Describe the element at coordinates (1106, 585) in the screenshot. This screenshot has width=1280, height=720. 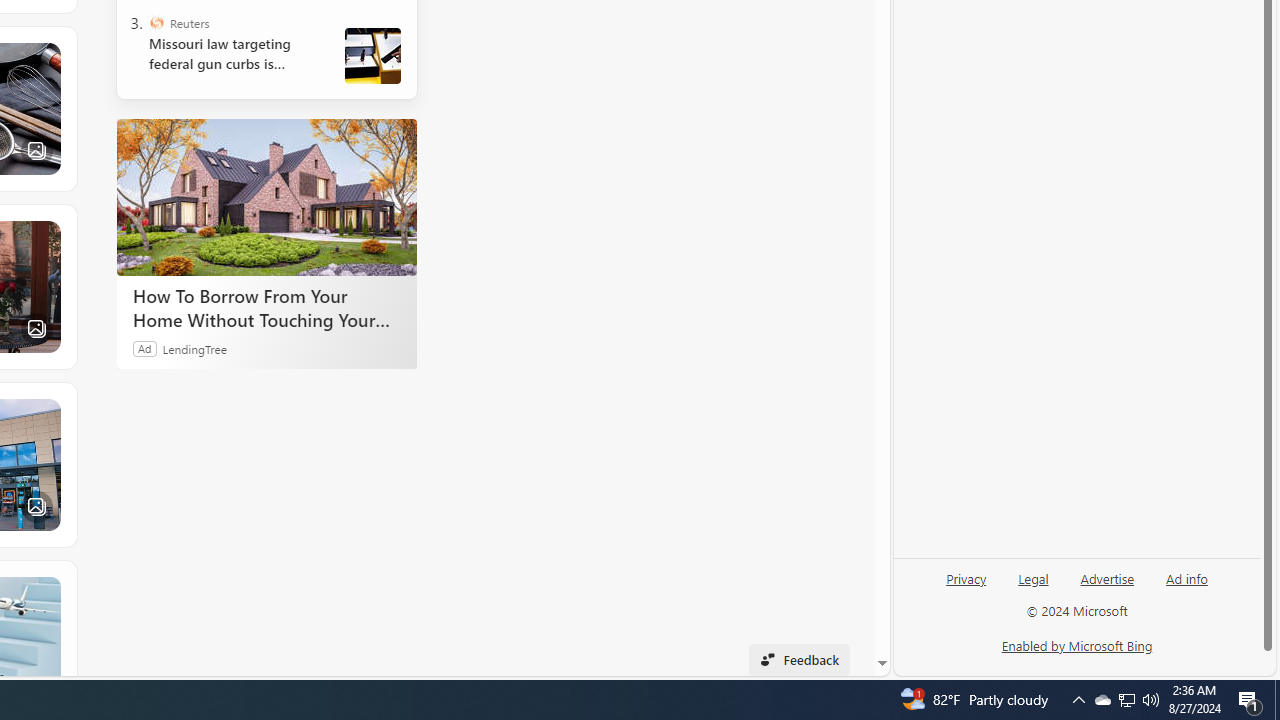
I see `'Advertise'` at that location.